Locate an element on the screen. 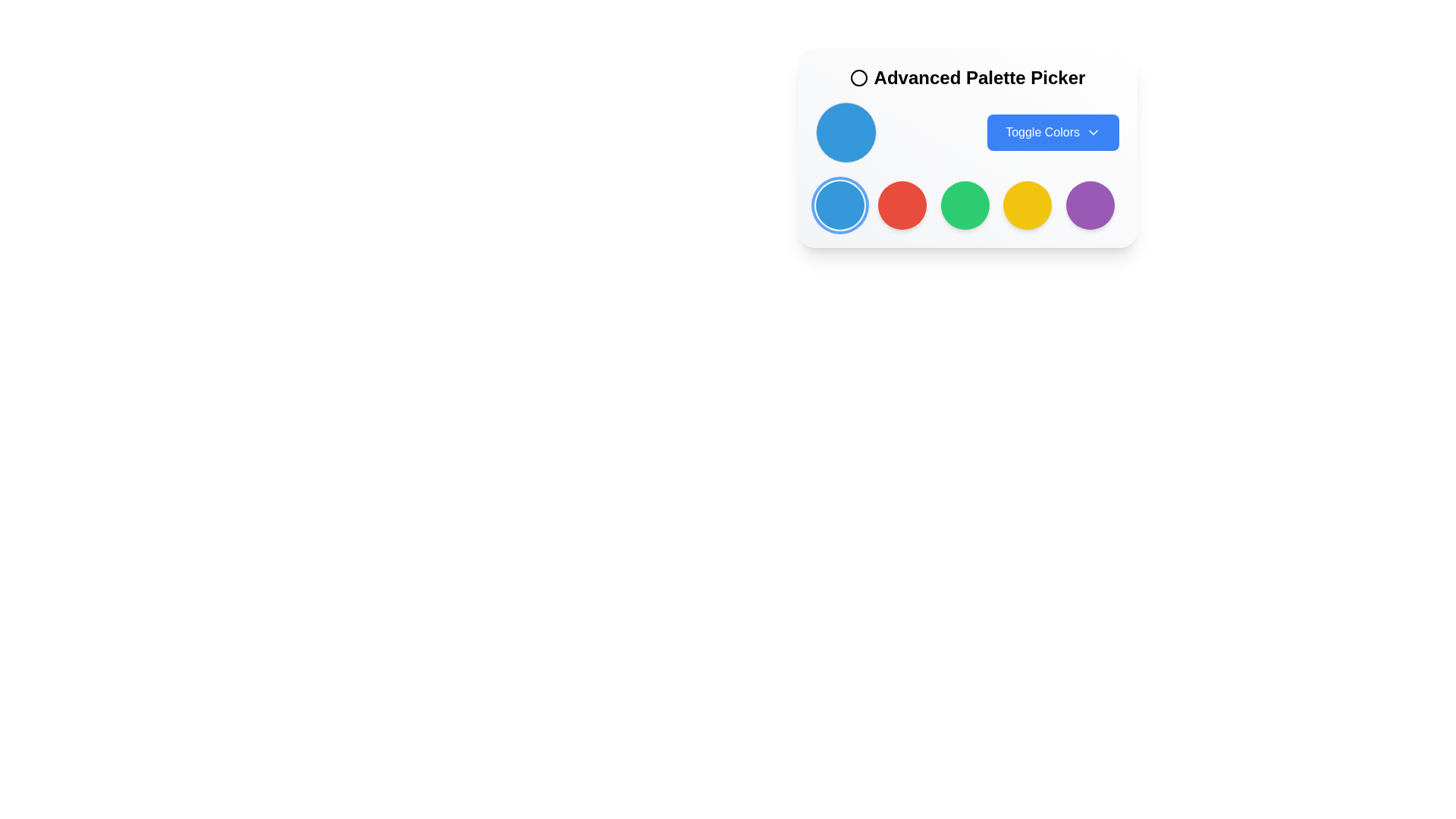 Image resolution: width=1456 pixels, height=819 pixels. the first circular button in the Advanced Palette Picker is located at coordinates (839, 205).